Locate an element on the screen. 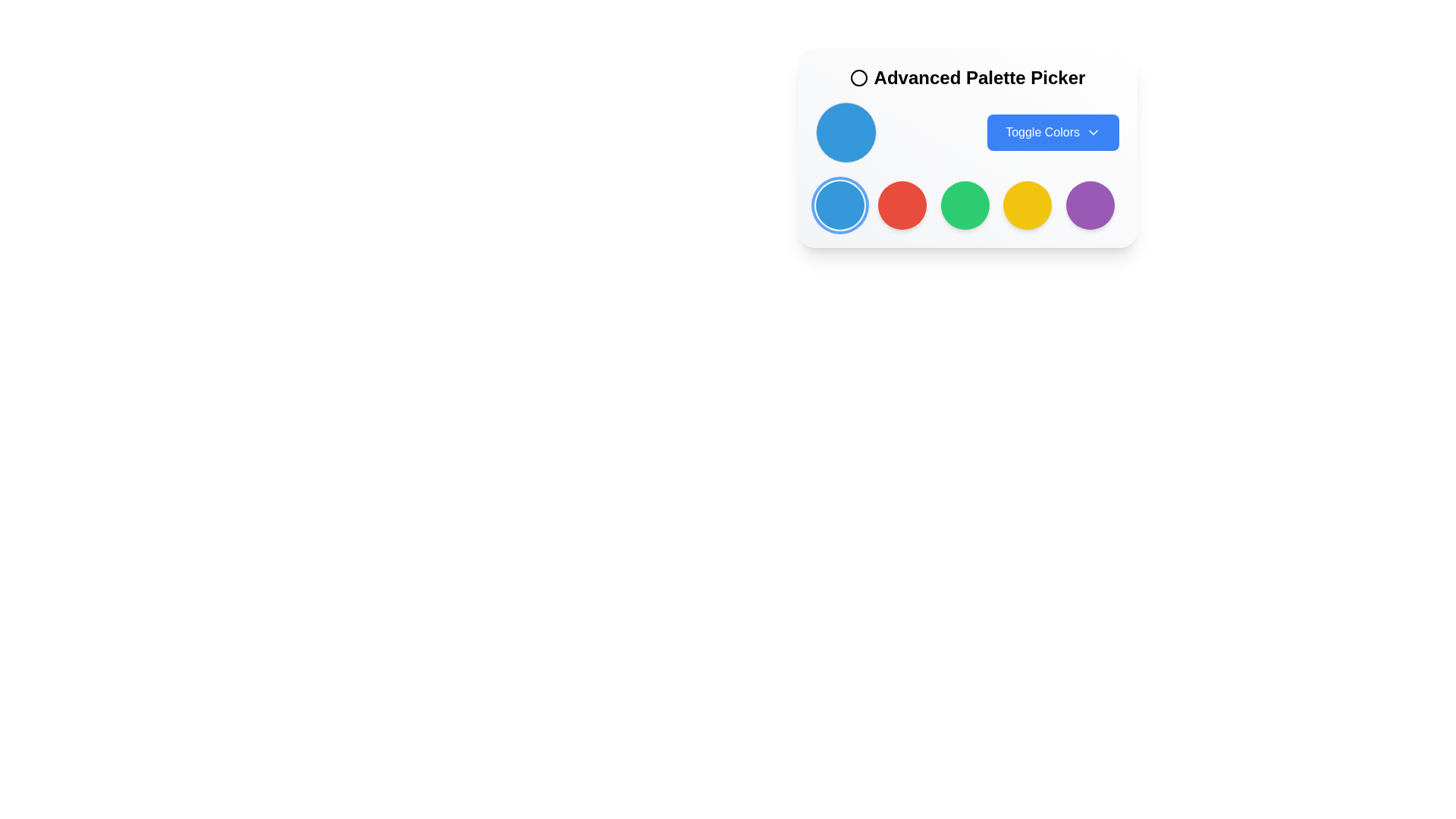 Image resolution: width=1456 pixels, height=819 pixels. the first circular button in the Advanced Palette Picker is located at coordinates (839, 205).